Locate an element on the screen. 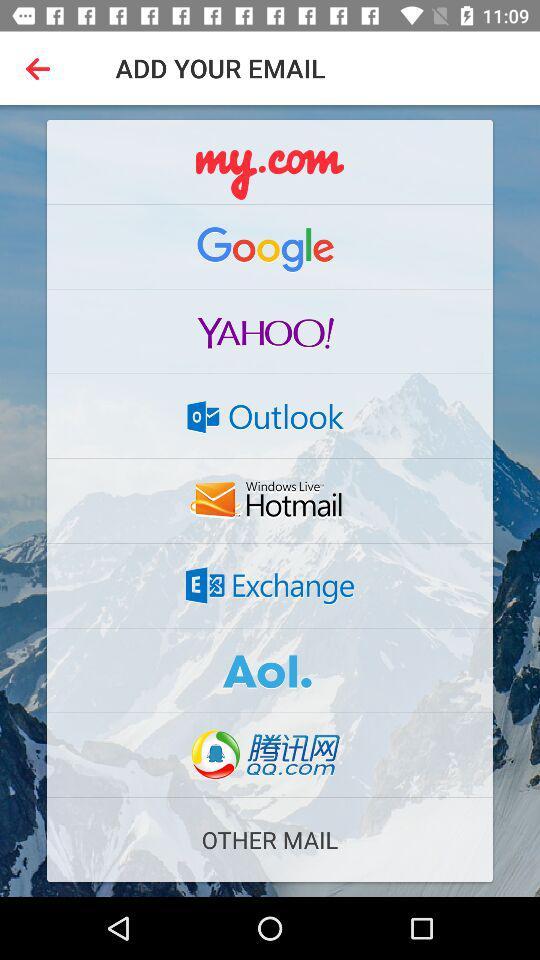 The image size is (540, 960). the second icon is located at coordinates (270, 246).